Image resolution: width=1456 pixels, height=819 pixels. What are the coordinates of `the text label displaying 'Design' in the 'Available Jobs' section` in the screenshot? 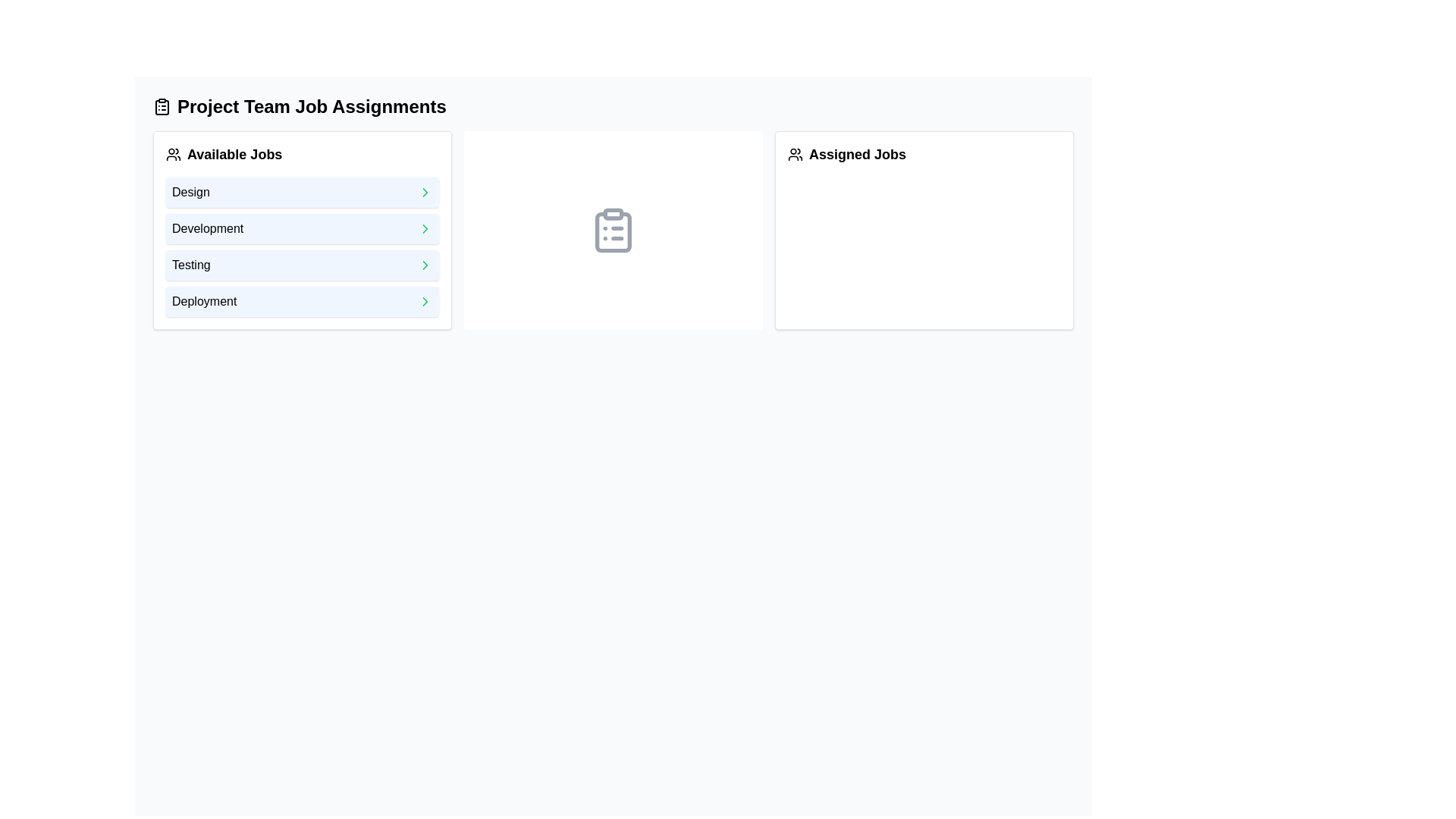 It's located at (190, 192).